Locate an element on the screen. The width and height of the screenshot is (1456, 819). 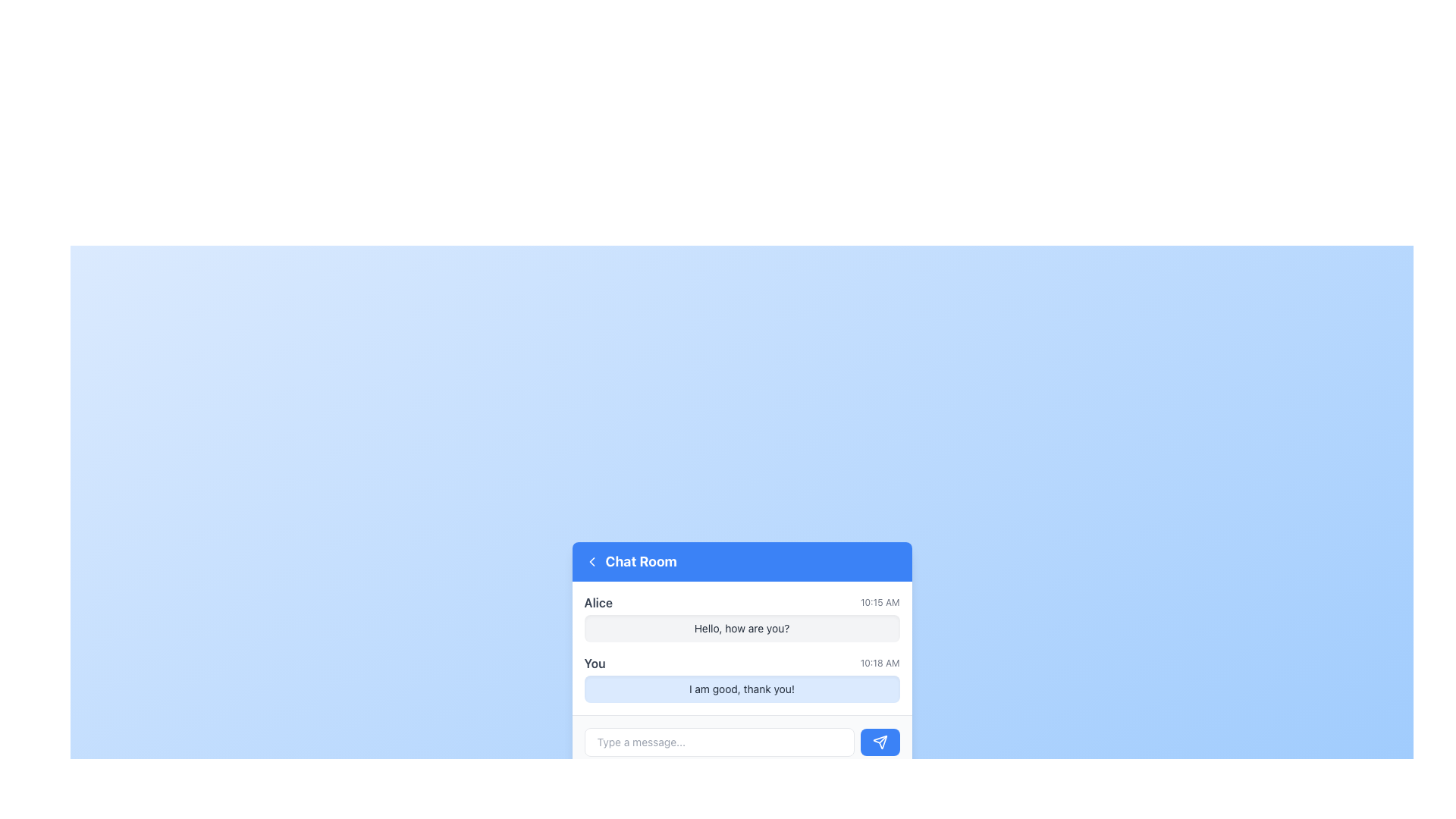
message content from the message bubble displaying 'Hello, how are you?' which is a rounded rectangle with a light gray background, located below the sender's name 'Alice' is located at coordinates (742, 628).